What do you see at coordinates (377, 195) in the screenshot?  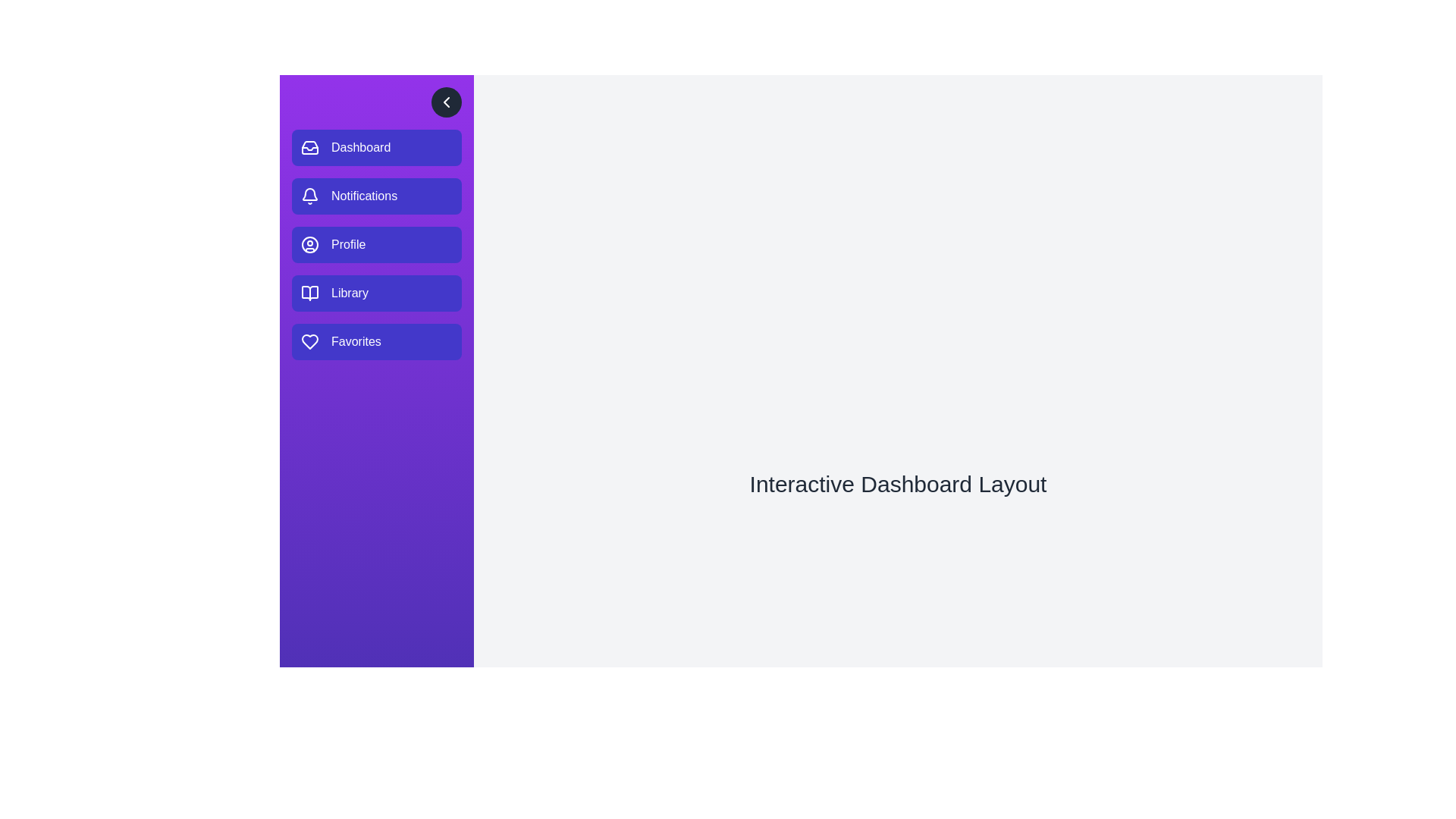 I see `the menu item labeled Notifications` at bounding box center [377, 195].